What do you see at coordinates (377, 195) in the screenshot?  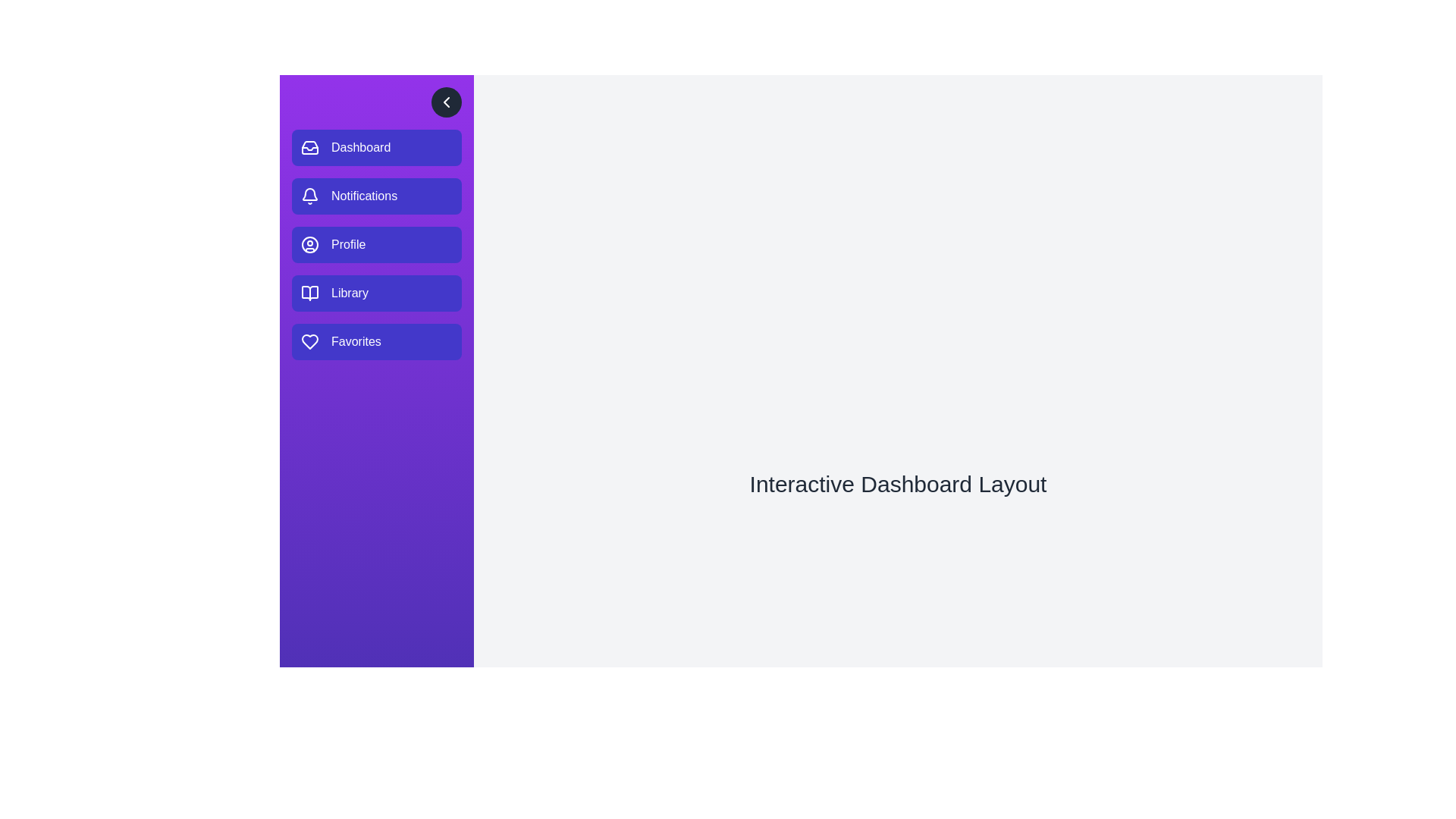 I see `the menu item labeled Notifications` at bounding box center [377, 195].